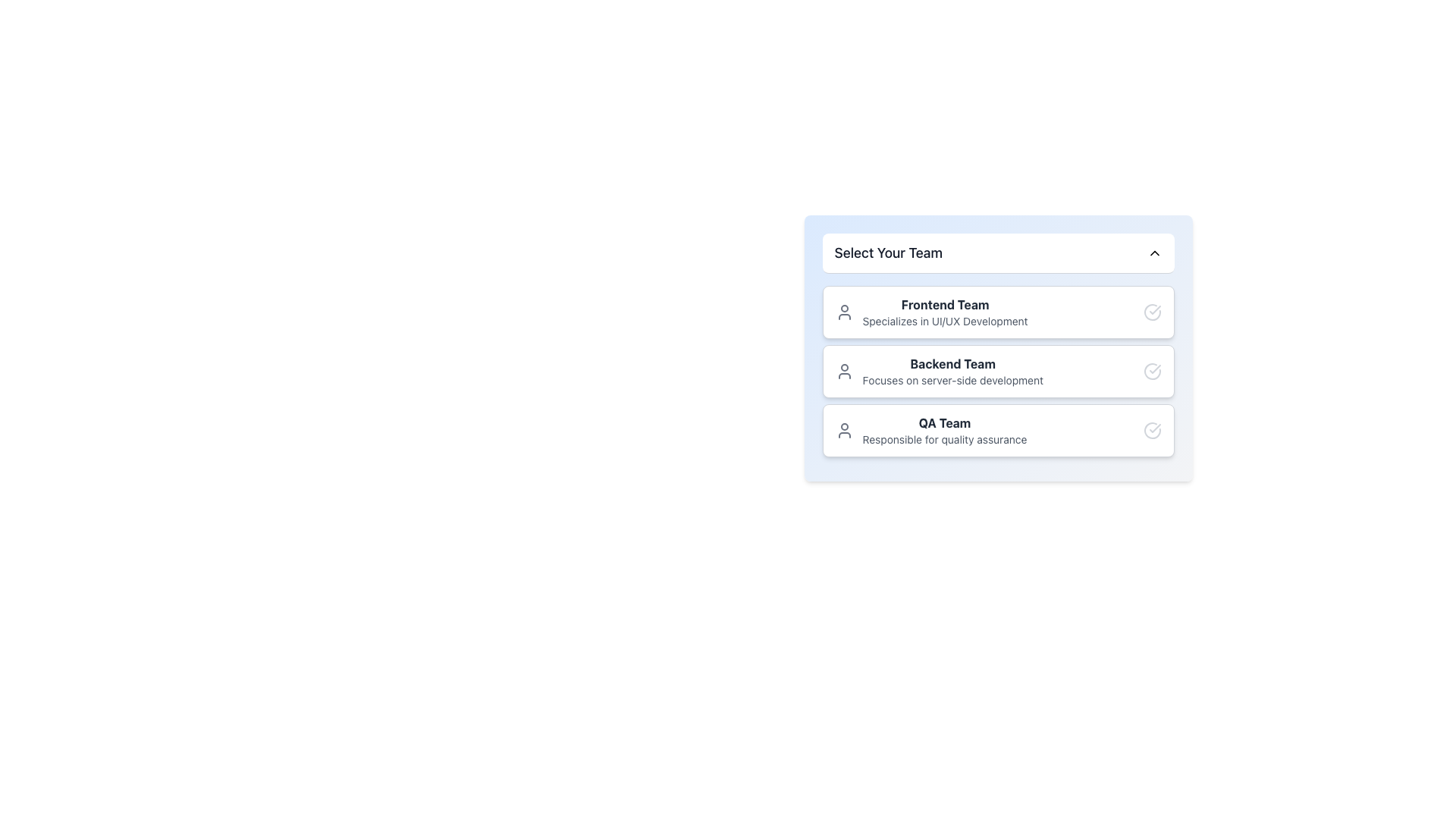 This screenshot has height=819, width=1456. Describe the element at coordinates (843, 312) in the screenshot. I see `the user profile silhouette SVG icon located on the leftmost side of the row containing the text 'Frontend Team'` at that location.